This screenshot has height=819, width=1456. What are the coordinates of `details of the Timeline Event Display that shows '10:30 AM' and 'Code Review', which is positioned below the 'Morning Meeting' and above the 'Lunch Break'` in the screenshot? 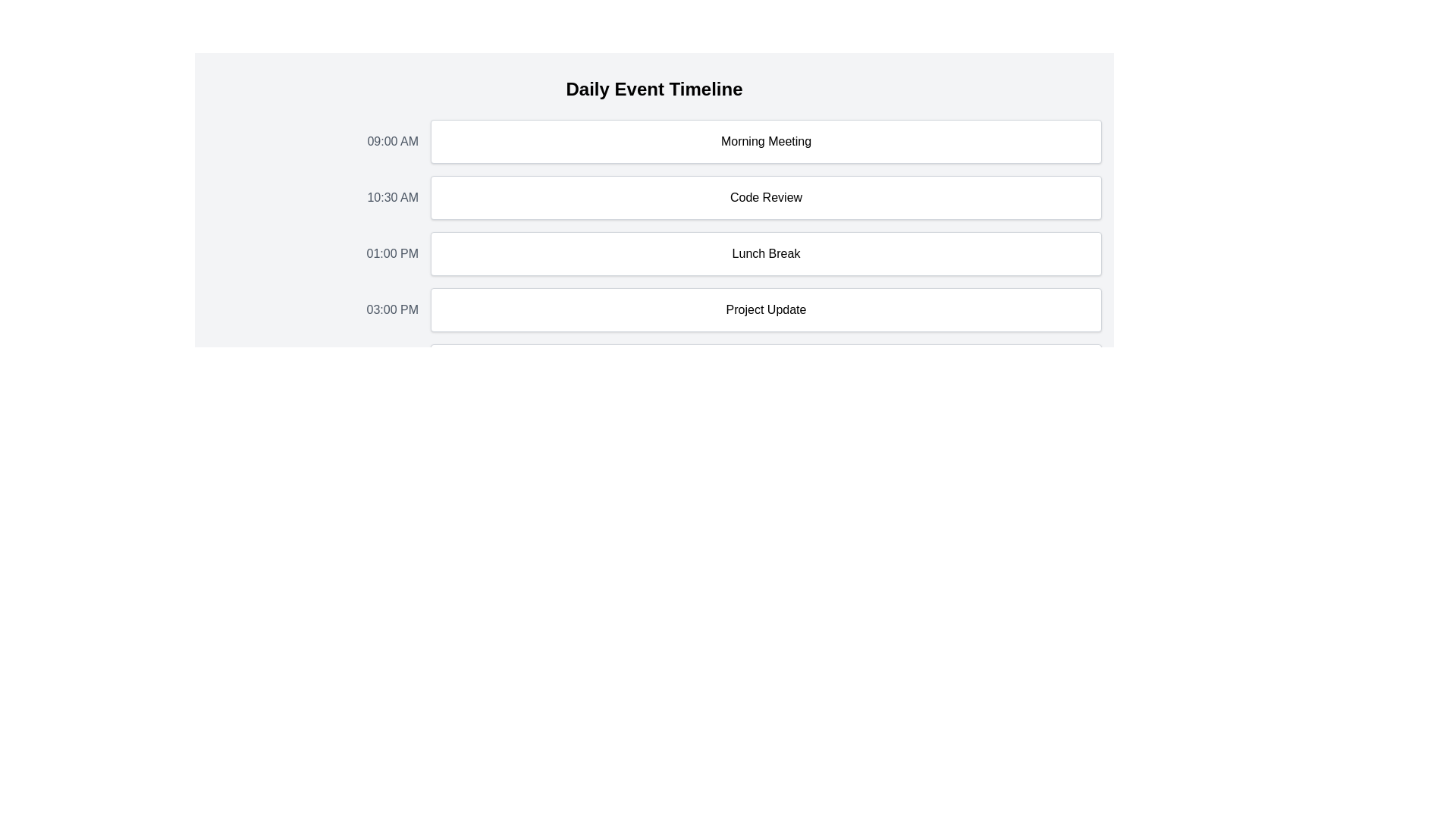 It's located at (654, 197).